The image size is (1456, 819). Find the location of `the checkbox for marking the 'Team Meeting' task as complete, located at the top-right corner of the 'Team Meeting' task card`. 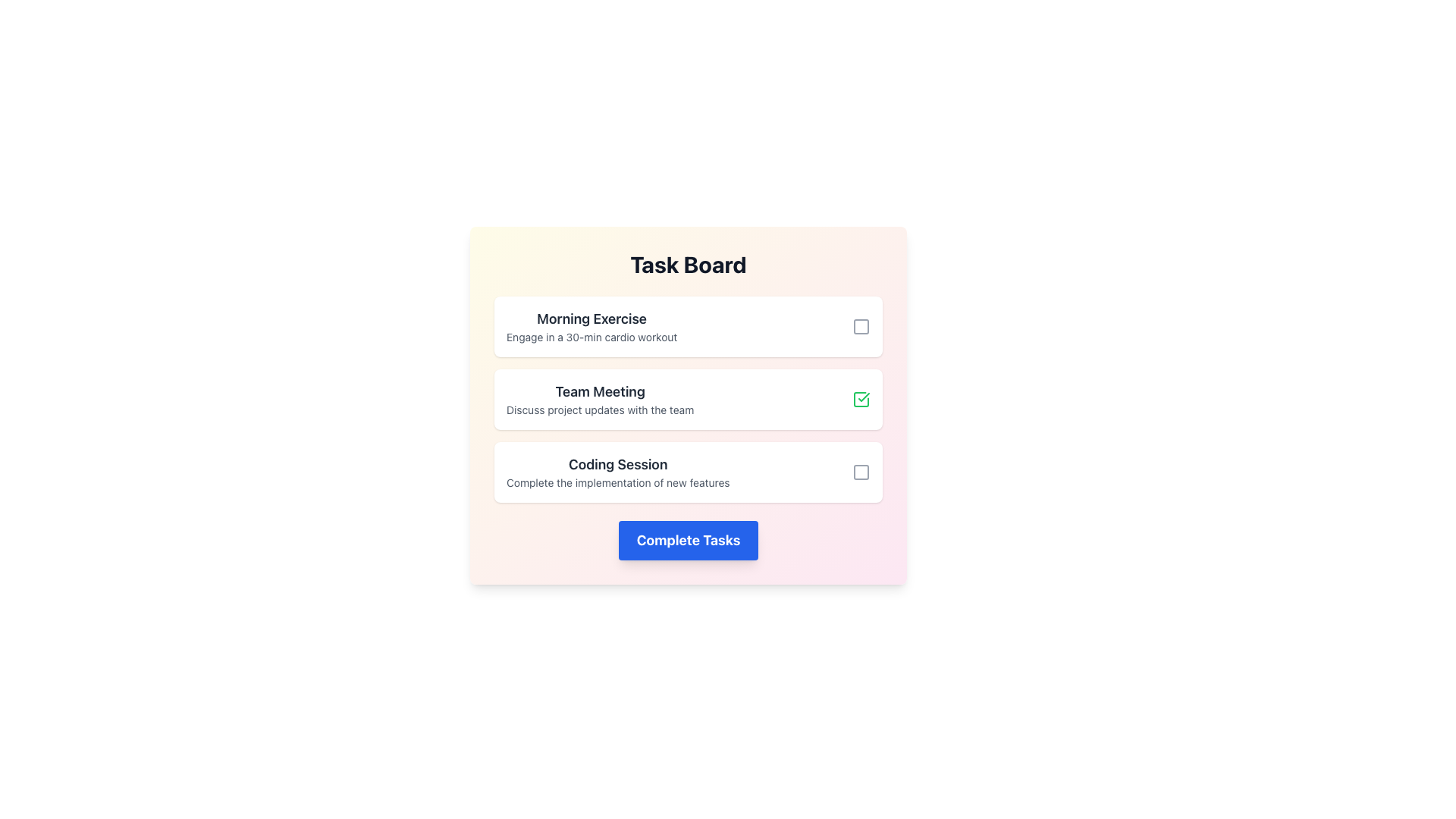

the checkbox for marking the 'Team Meeting' task as complete, located at the top-right corner of the 'Team Meeting' task card is located at coordinates (861, 399).